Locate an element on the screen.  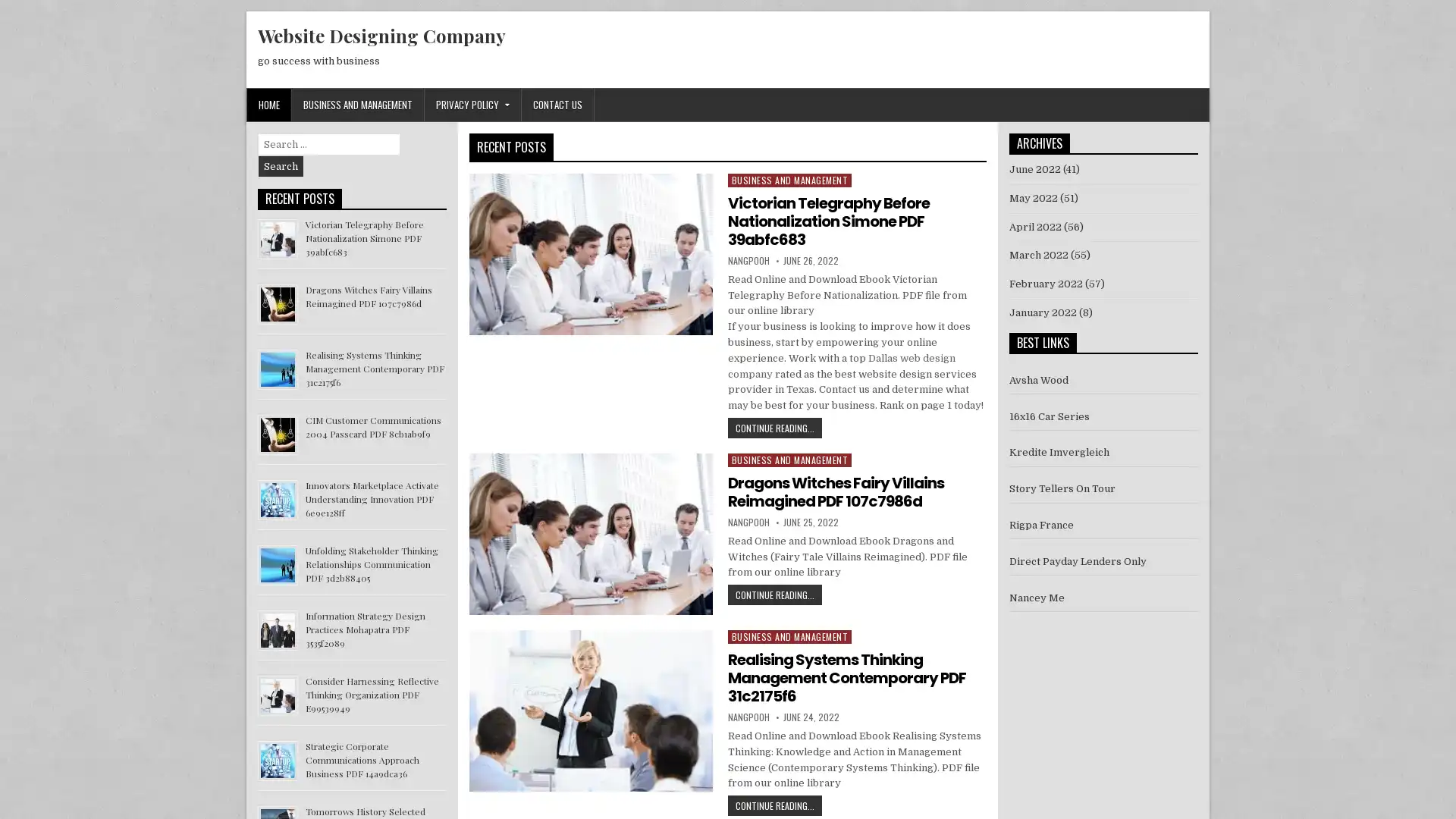
Search is located at coordinates (281, 166).